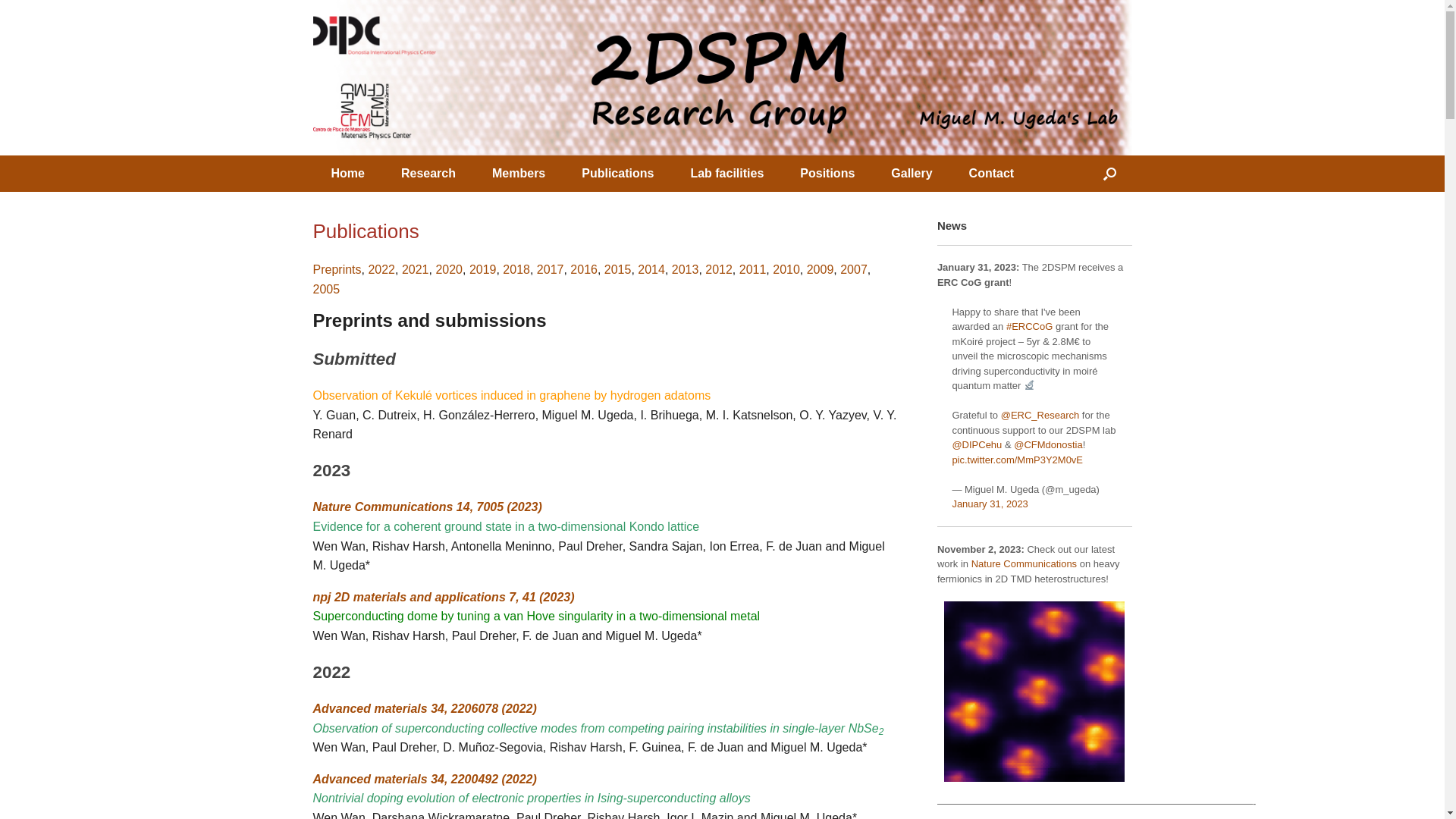 The width and height of the screenshot is (1456, 819). I want to click on '2022', so click(381, 268).